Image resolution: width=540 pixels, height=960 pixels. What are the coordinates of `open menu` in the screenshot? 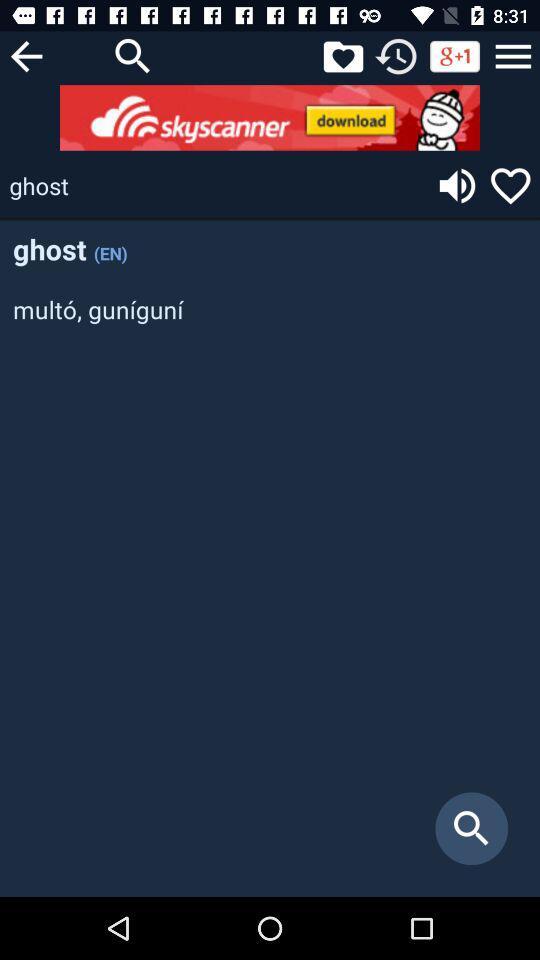 It's located at (513, 55).